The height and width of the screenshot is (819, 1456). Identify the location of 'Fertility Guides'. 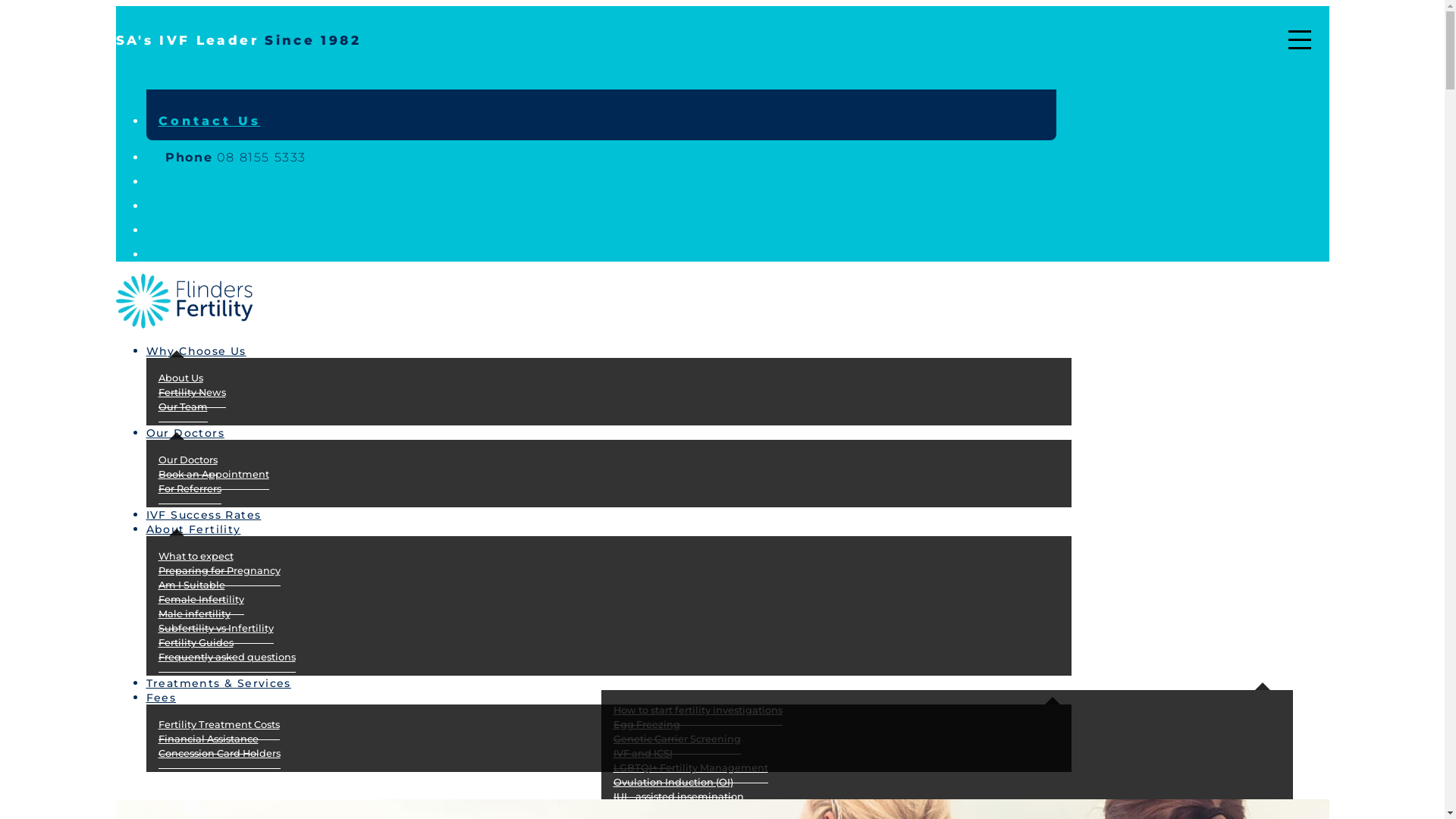
(194, 643).